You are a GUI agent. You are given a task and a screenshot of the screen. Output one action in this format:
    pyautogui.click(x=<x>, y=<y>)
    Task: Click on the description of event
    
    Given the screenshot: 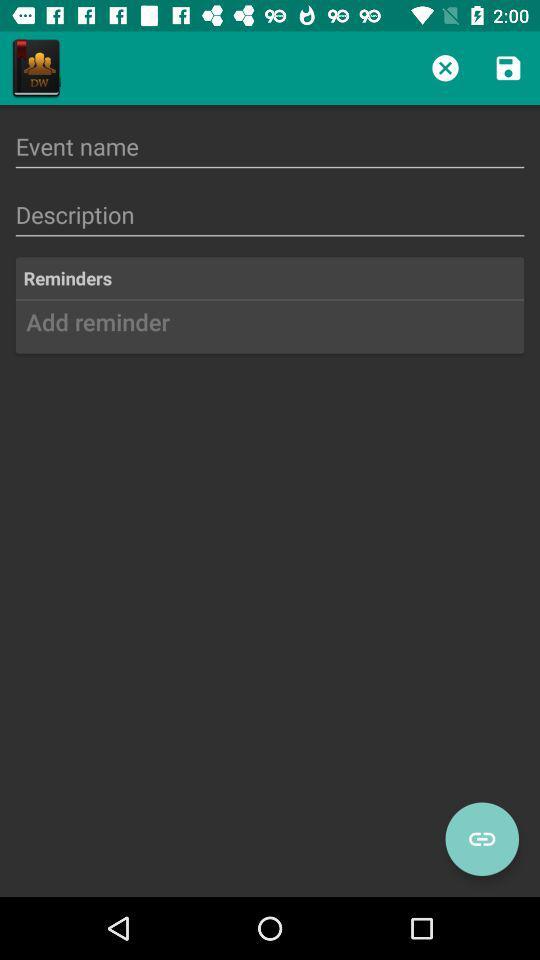 What is the action you would take?
    pyautogui.click(x=270, y=215)
    